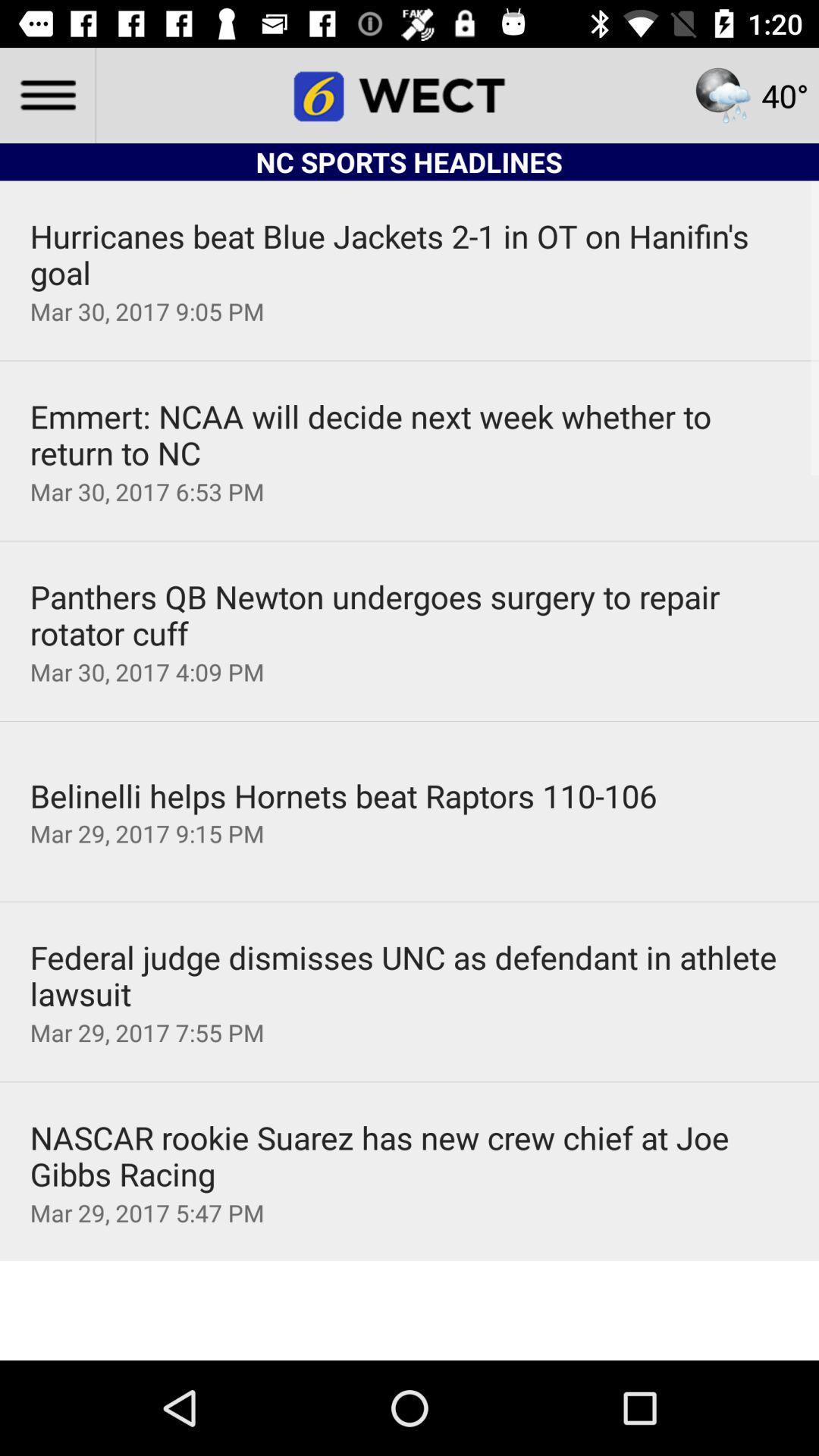 Image resolution: width=819 pixels, height=1456 pixels. What do you see at coordinates (46, 94) in the screenshot?
I see `the menu icon` at bounding box center [46, 94].